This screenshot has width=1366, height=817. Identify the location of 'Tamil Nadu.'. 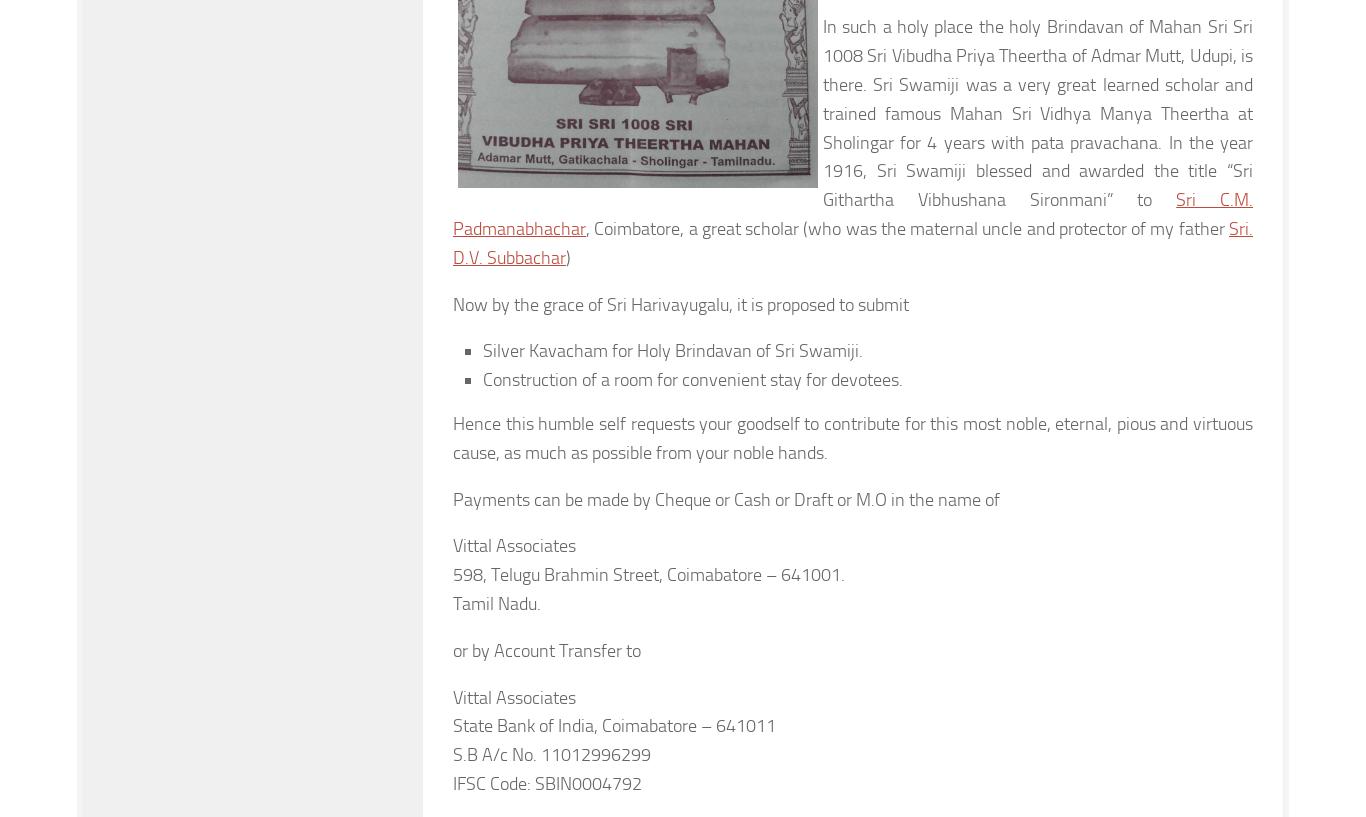
(496, 603).